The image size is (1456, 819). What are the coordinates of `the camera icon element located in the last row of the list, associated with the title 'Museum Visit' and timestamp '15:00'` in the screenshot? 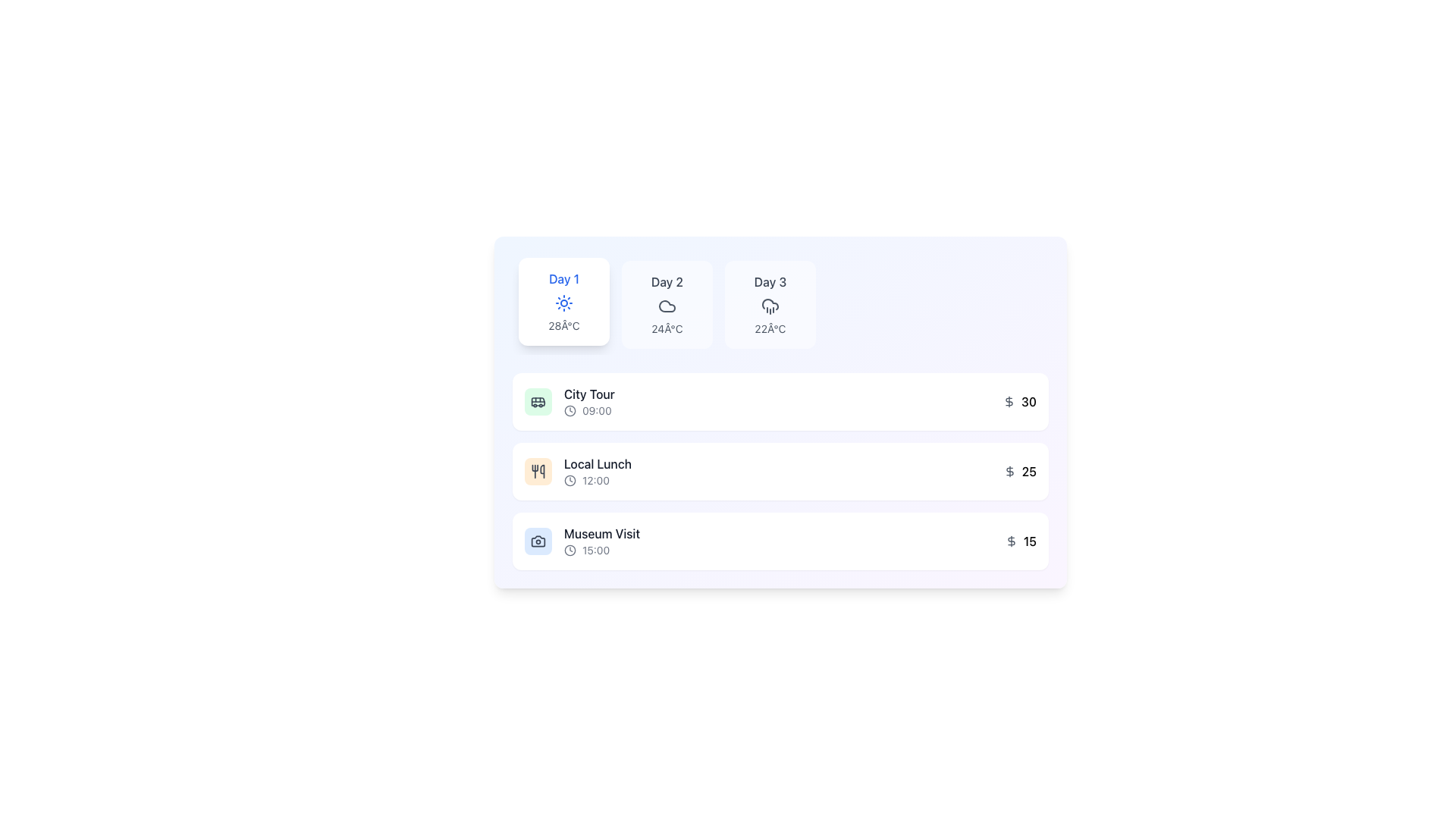 It's located at (538, 540).